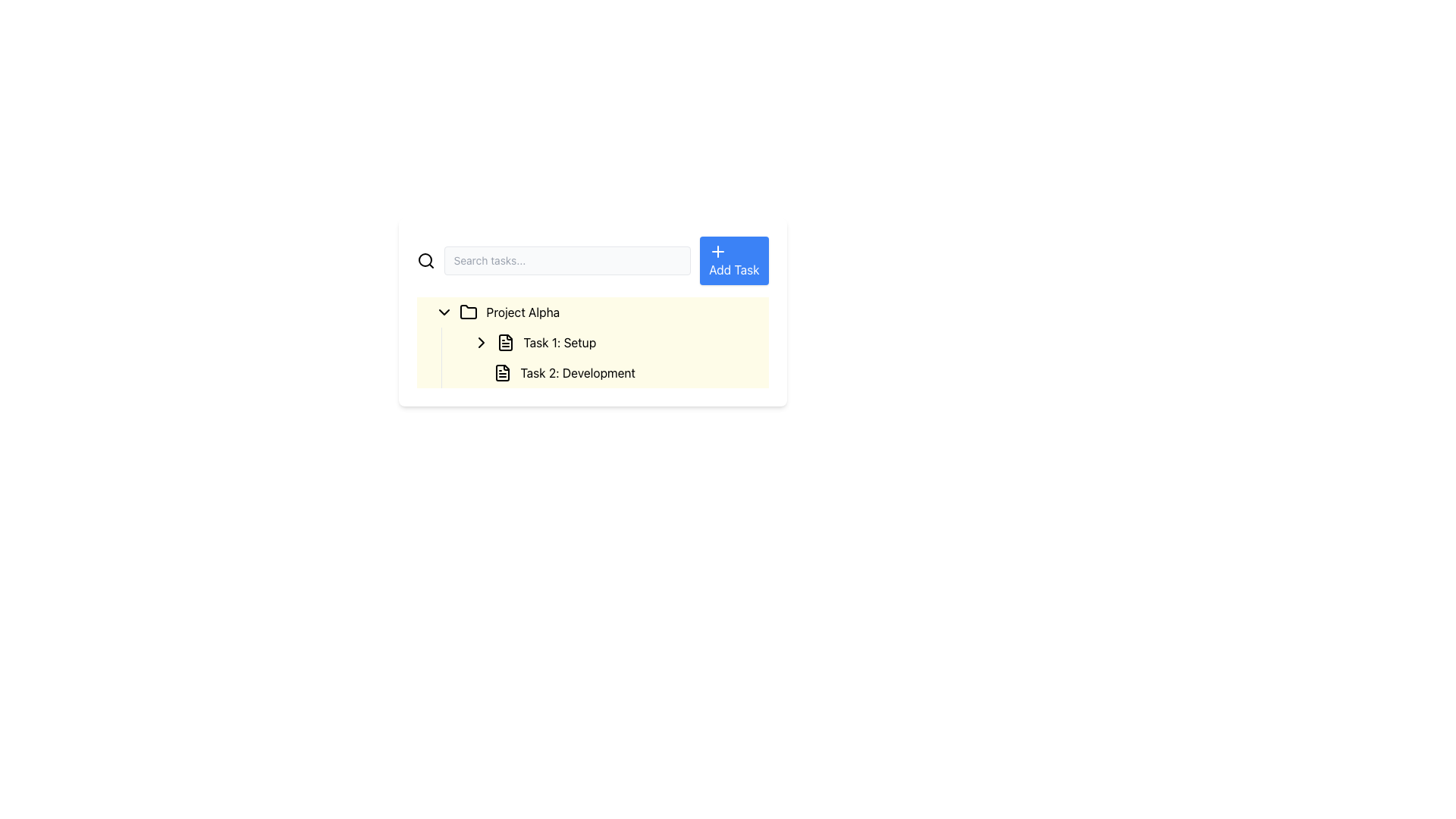 Image resolution: width=1456 pixels, height=819 pixels. Describe the element at coordinates (505, 342) in the screenshot. I see `the first document icon representing the file type associated with 'Task 1: Setup' located to the left of the text 'Task 1: Setup' under 'Project Alpha'` at that location.